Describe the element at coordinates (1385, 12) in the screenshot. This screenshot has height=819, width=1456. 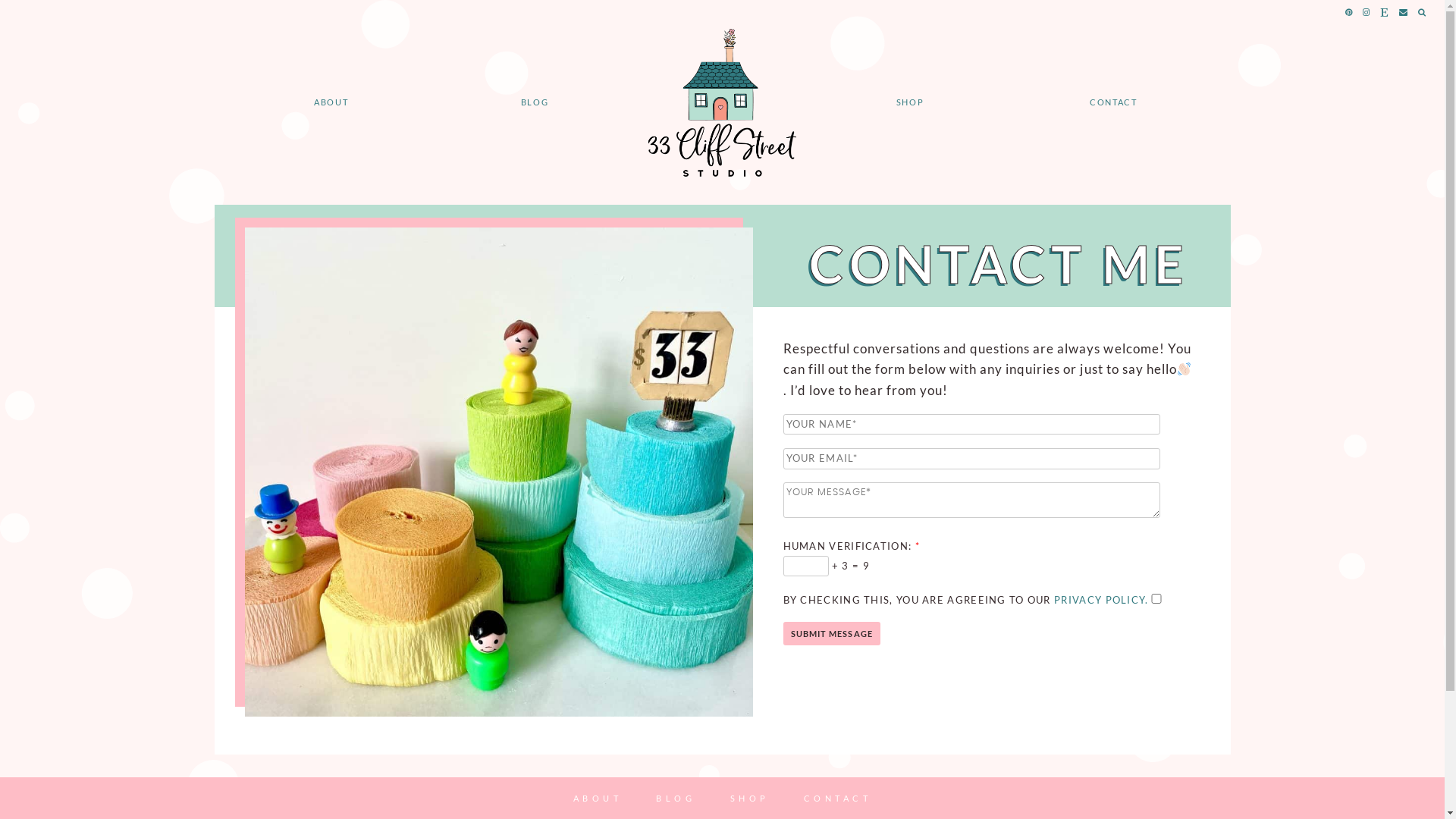
I see `'etsy icon'` at that location.